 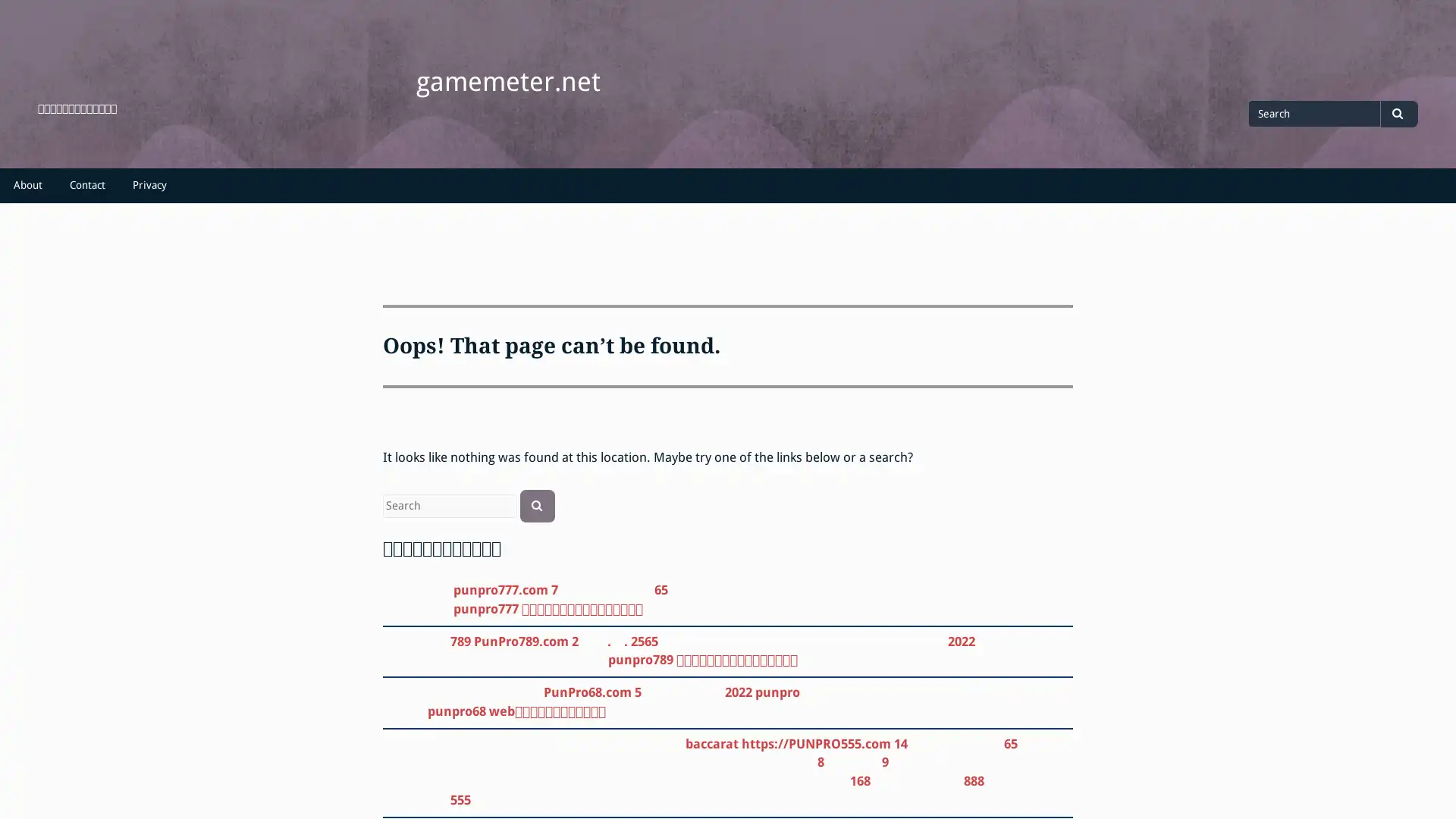 What do you see at coordinates (538, 506) in the screenshot?
I see `Search` at bounding box center [538, 506].